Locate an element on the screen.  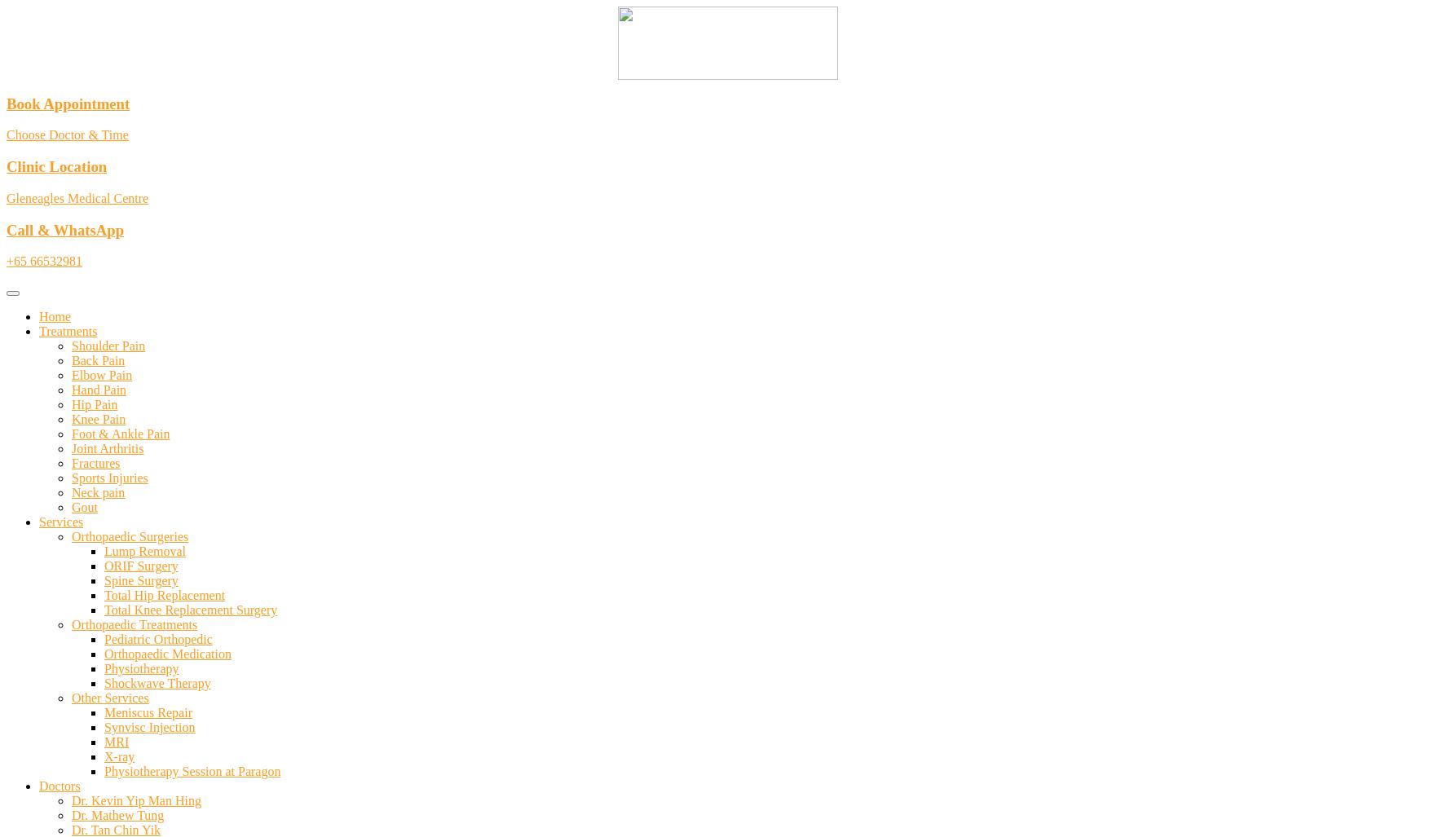
'Pediatric Orthopedic' is located at coordinates (157, 638).